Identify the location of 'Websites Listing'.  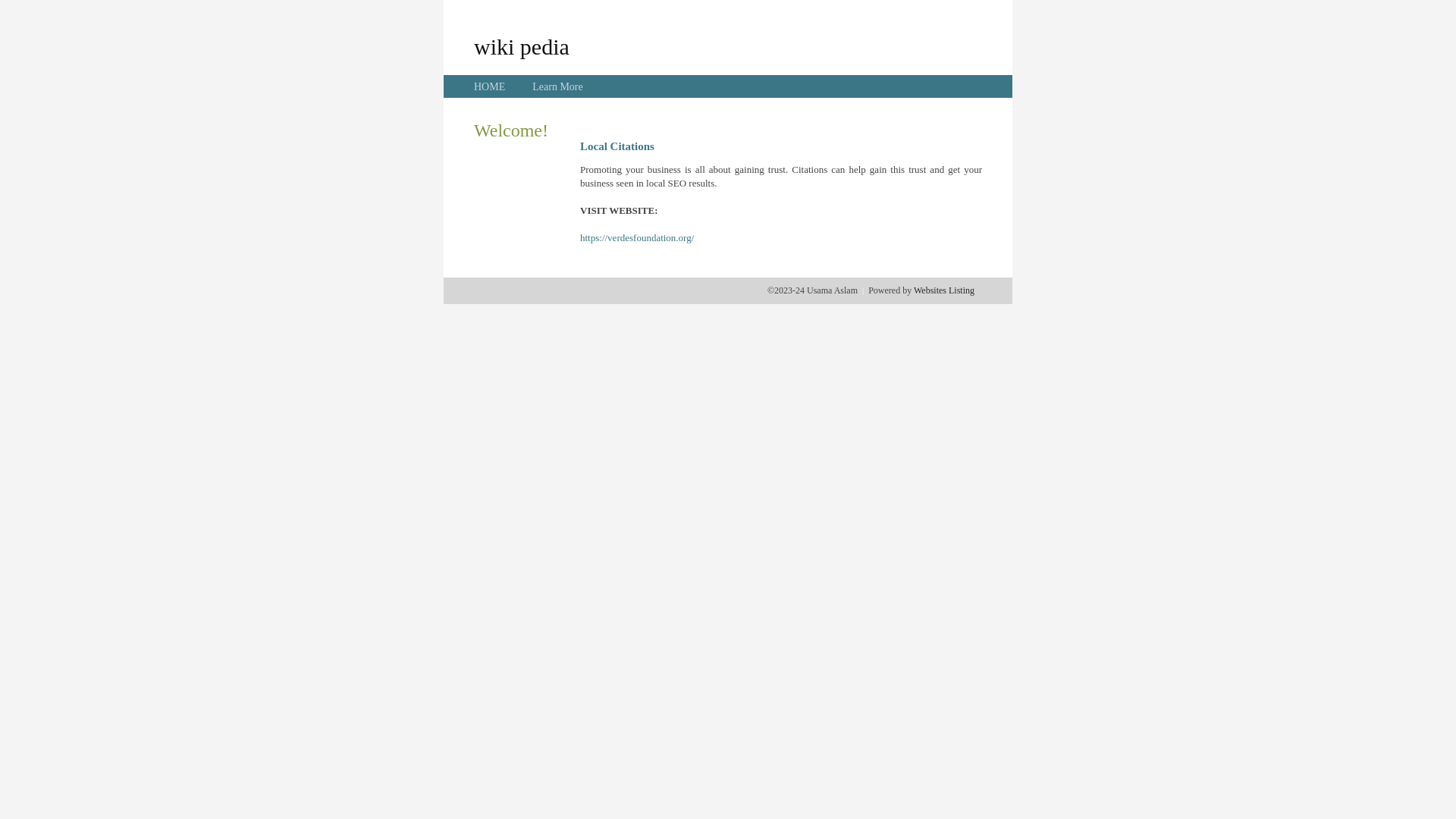
(912, 290).